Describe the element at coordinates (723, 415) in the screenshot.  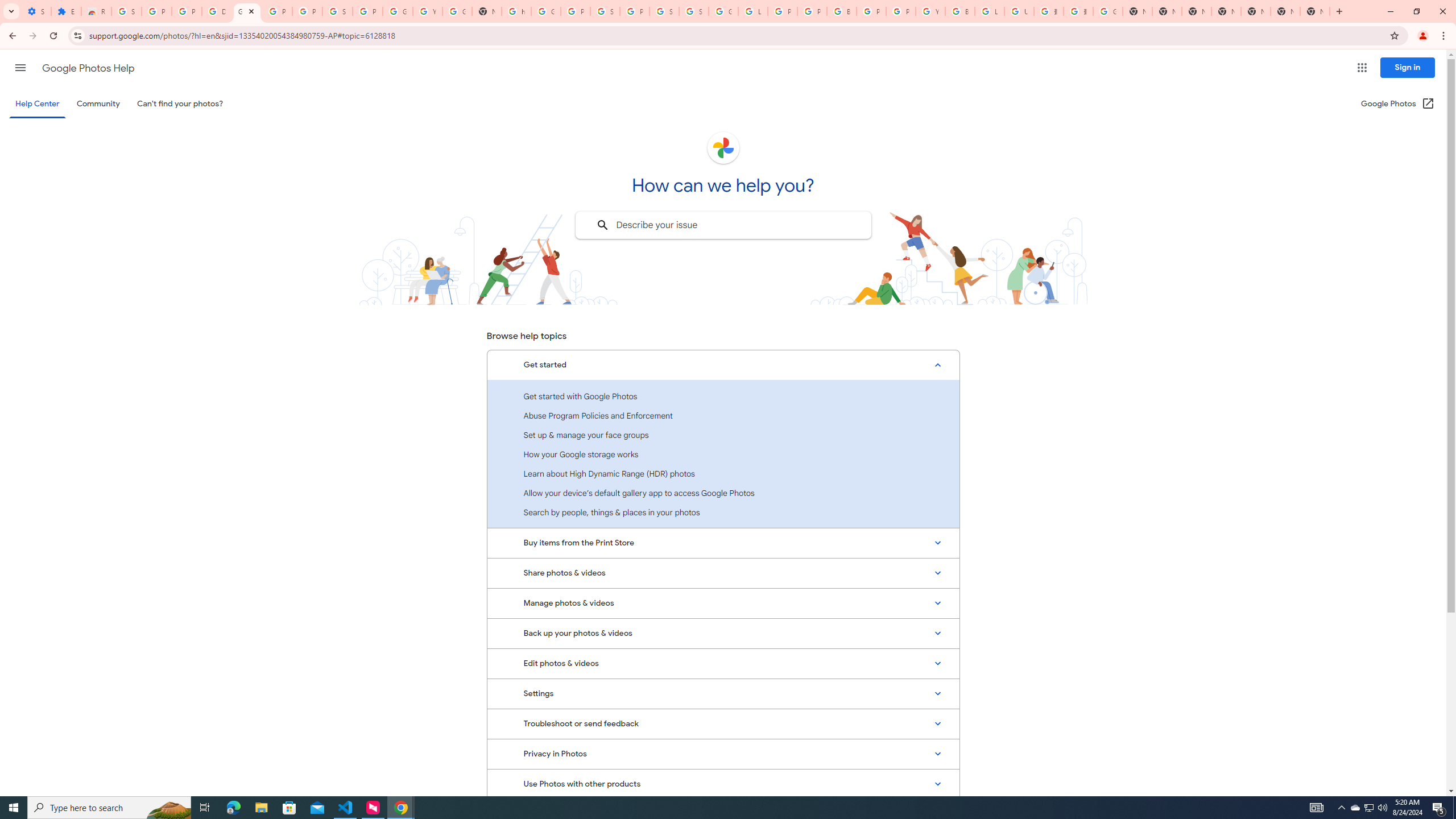
I see `'Abuse Program Policies and Enforcement'` at that location.